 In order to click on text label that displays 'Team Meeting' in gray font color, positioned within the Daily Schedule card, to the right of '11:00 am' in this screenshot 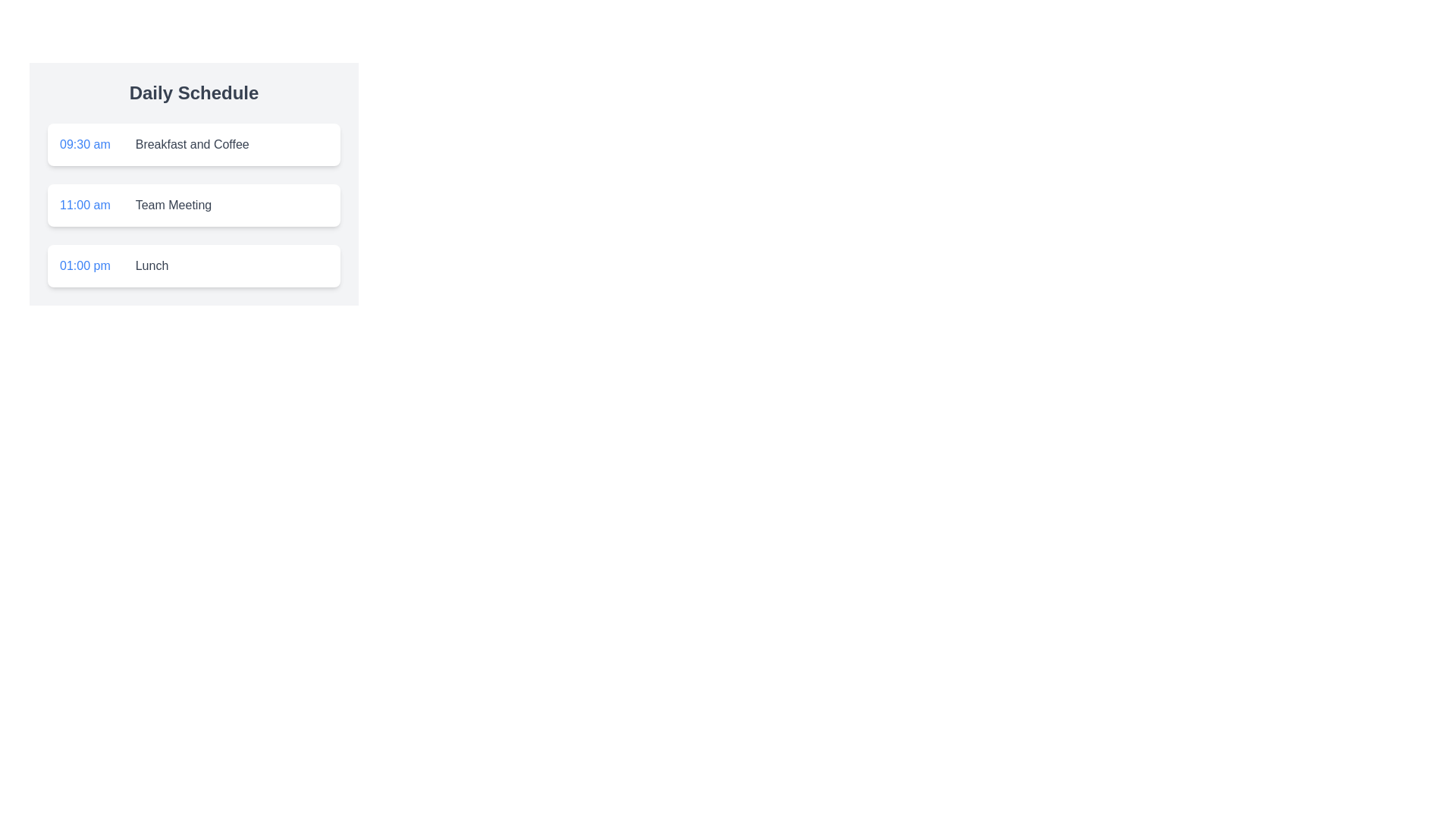, I will do `click(167, 205)`.